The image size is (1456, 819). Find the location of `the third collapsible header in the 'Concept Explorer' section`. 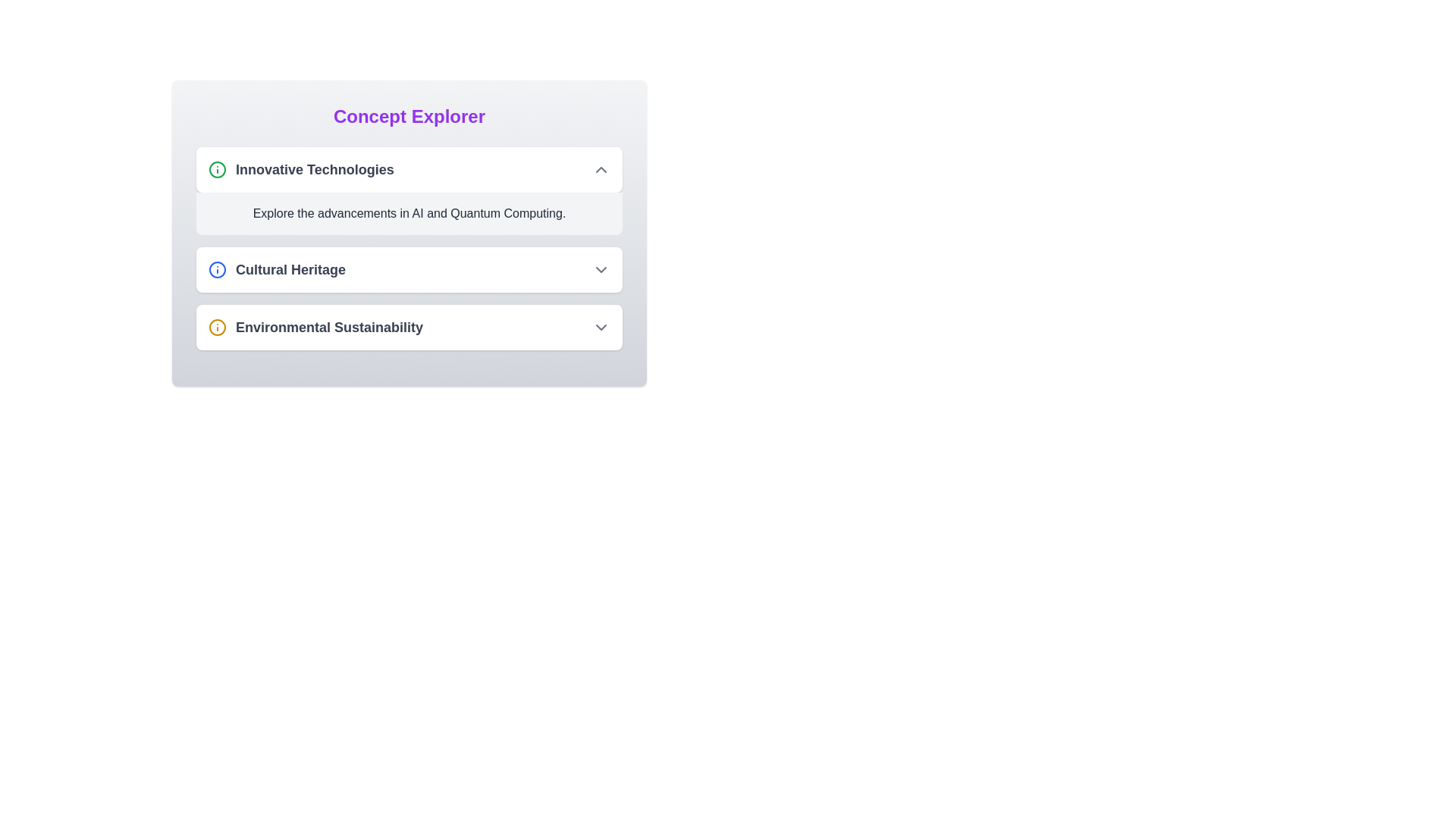

the third collapsible header in the 'Concept Explorer' section is located at coordinates (409, 327).